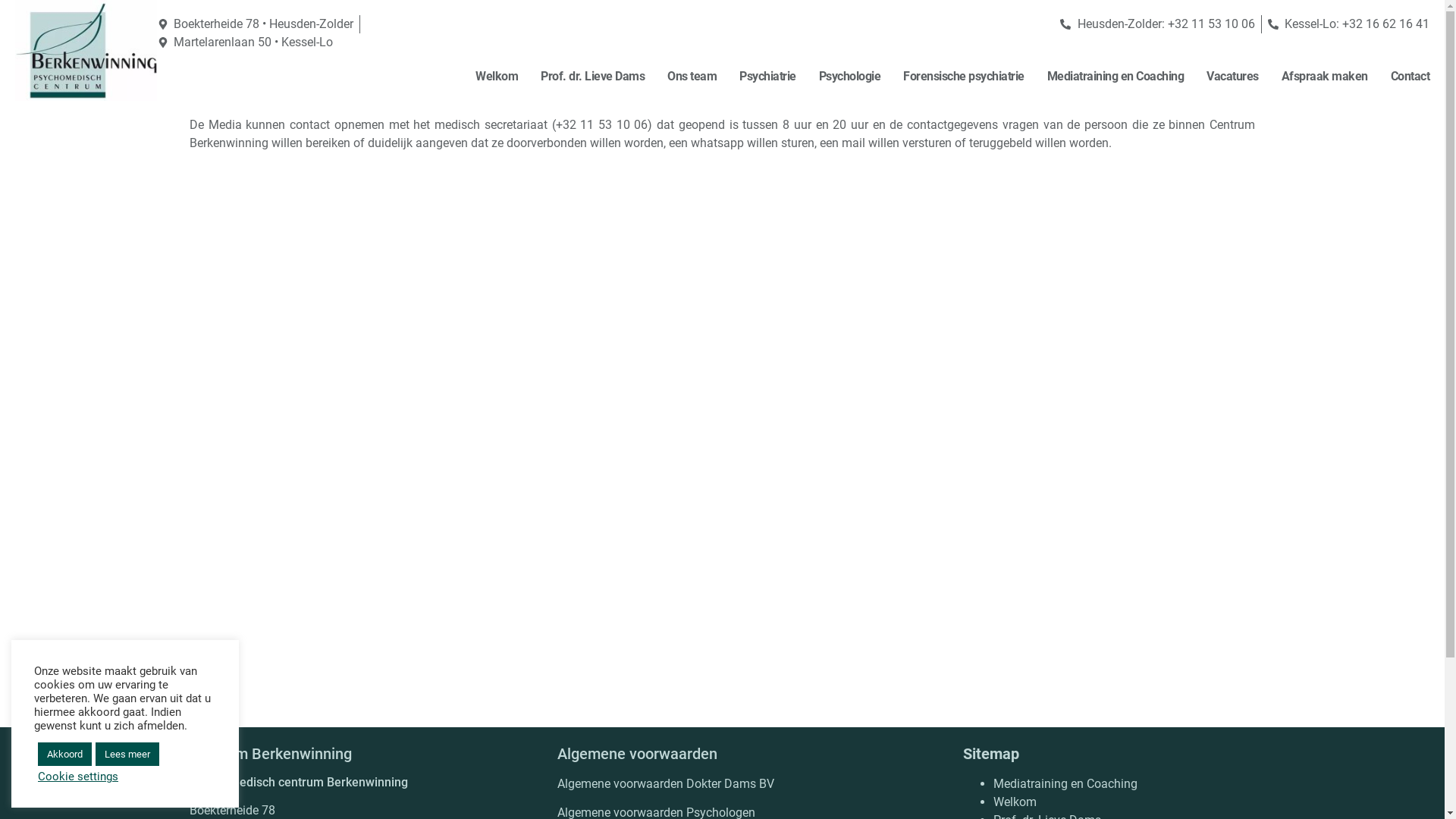 Image resolution: width=1456 pixels, height=819 pixels. Describe the element at coordinates (666, 783) in the screenshot. I see `'Algemene voorwaarden Dokter Dams BV'` at that location.